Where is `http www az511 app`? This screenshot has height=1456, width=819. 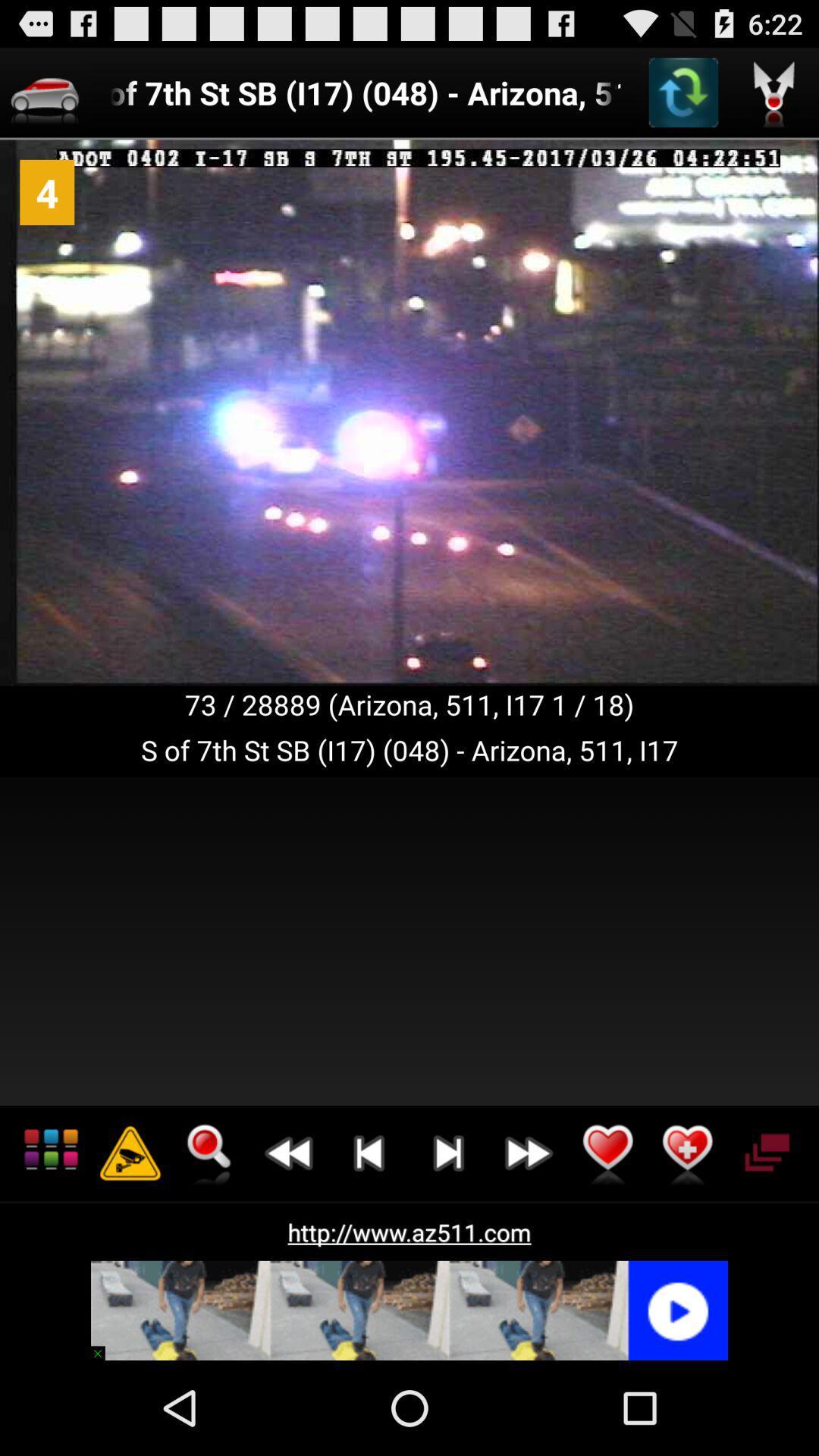 http www az511 app is located at coordinates (409, 1232).